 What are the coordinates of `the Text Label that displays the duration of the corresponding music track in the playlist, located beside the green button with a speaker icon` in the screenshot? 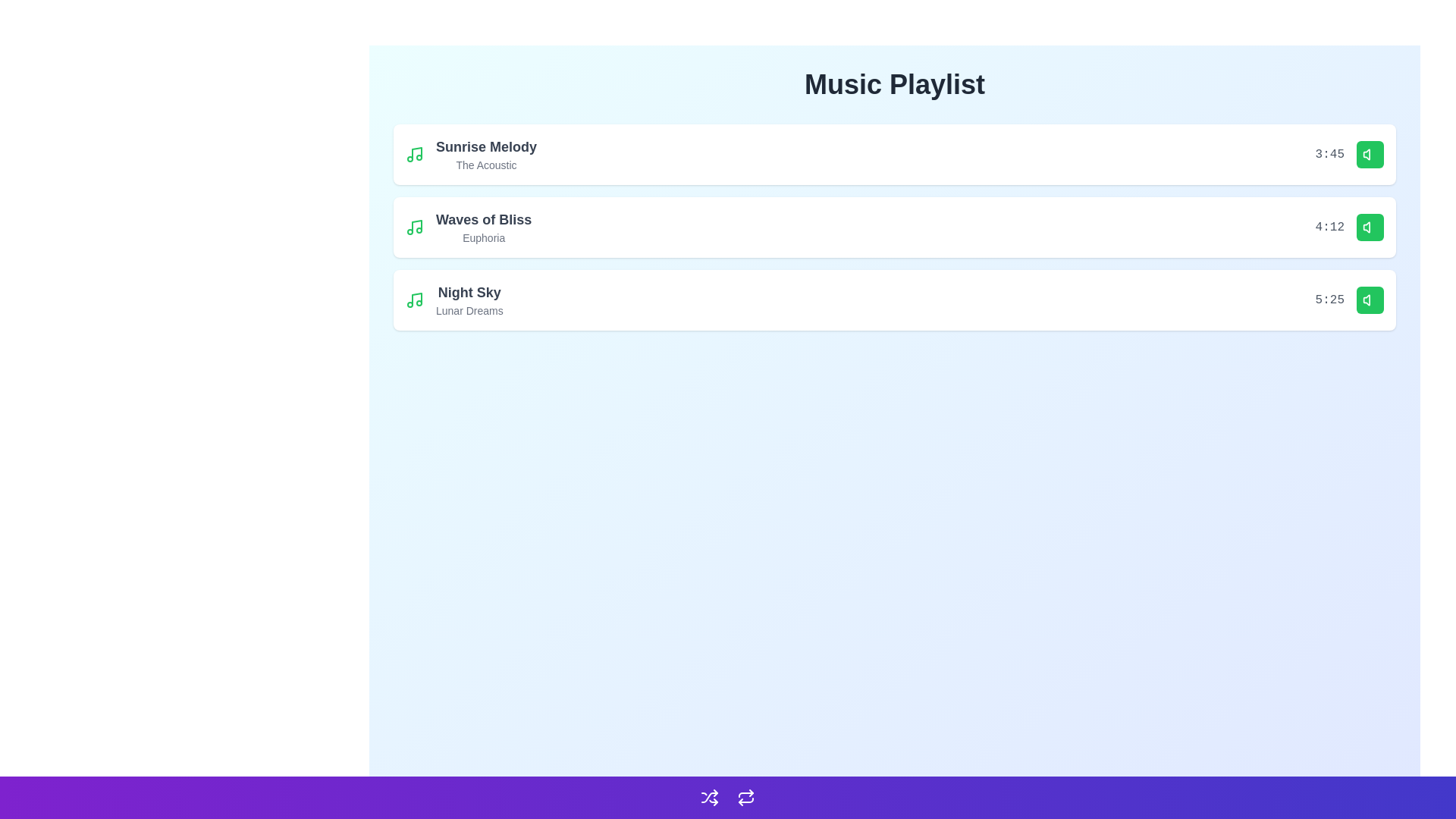 It's located at (1329, 300).